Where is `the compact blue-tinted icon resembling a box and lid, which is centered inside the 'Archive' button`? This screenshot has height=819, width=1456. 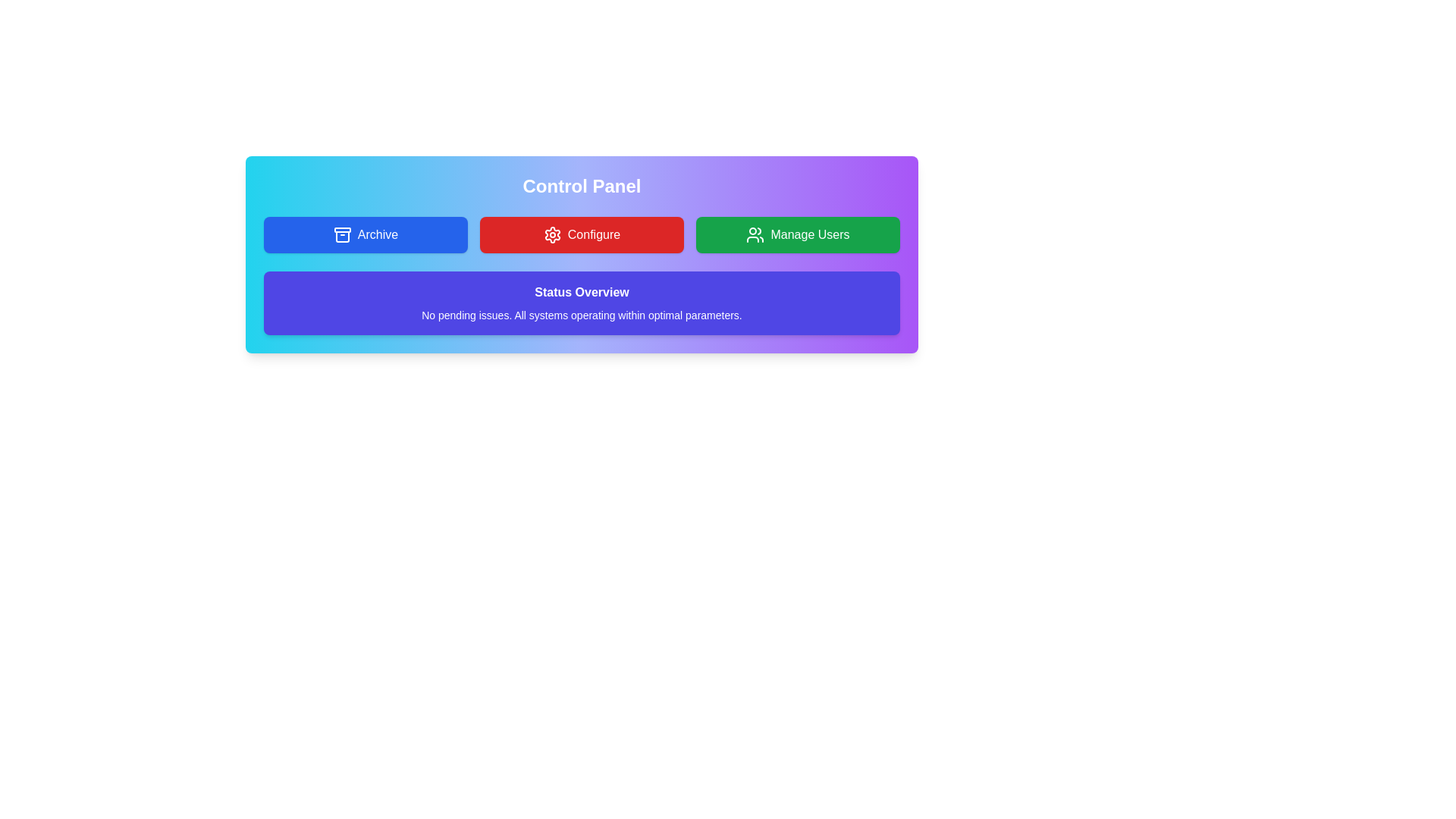 the compact blue-tinted icon resembling a box and lid, which is centered inside the 'Archive' button is located at coordinates (341, 234).